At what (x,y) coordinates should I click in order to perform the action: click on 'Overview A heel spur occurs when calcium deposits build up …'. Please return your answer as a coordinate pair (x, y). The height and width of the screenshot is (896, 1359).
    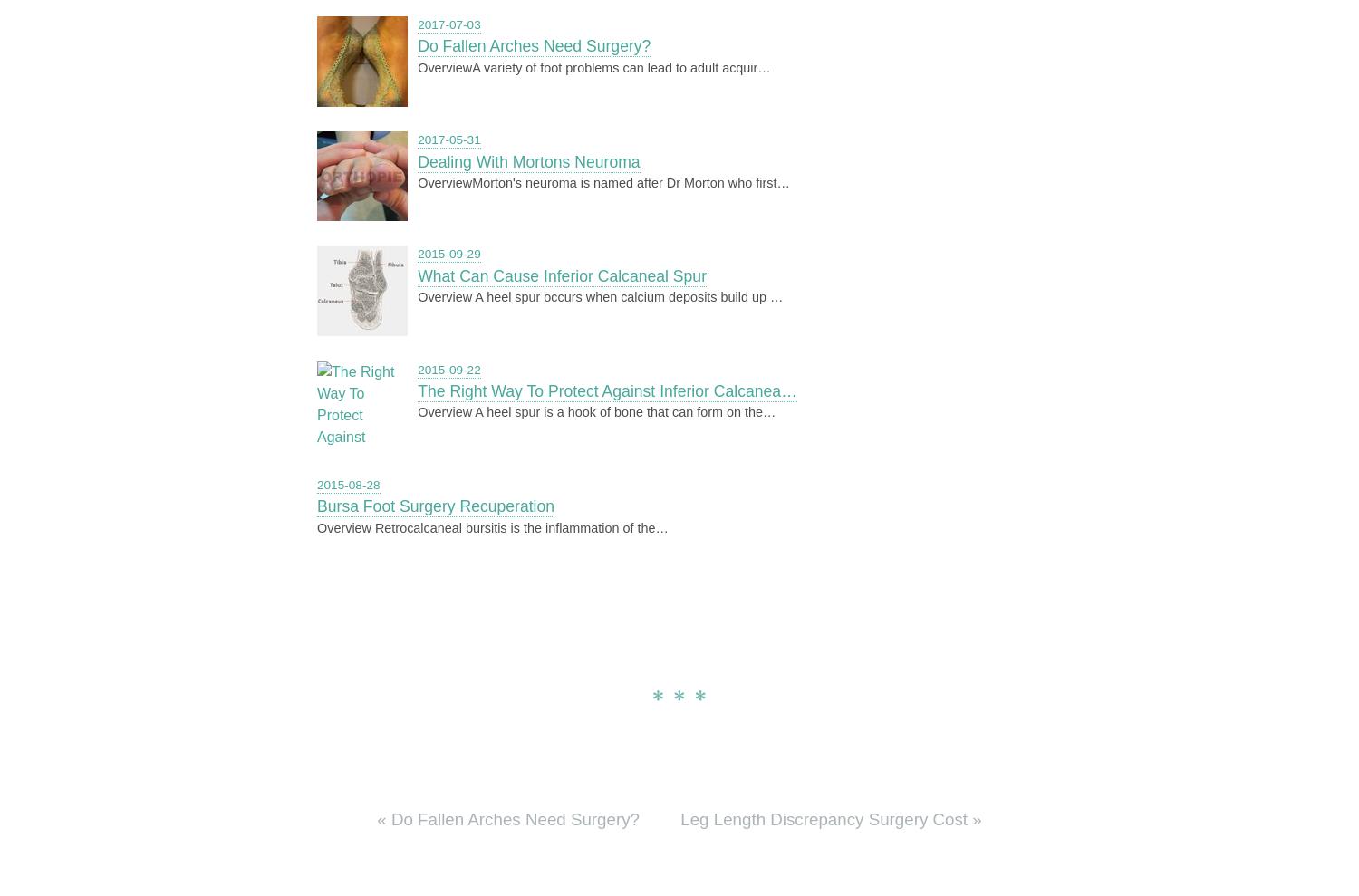
    Looking at the image, I should click on (600, 296).